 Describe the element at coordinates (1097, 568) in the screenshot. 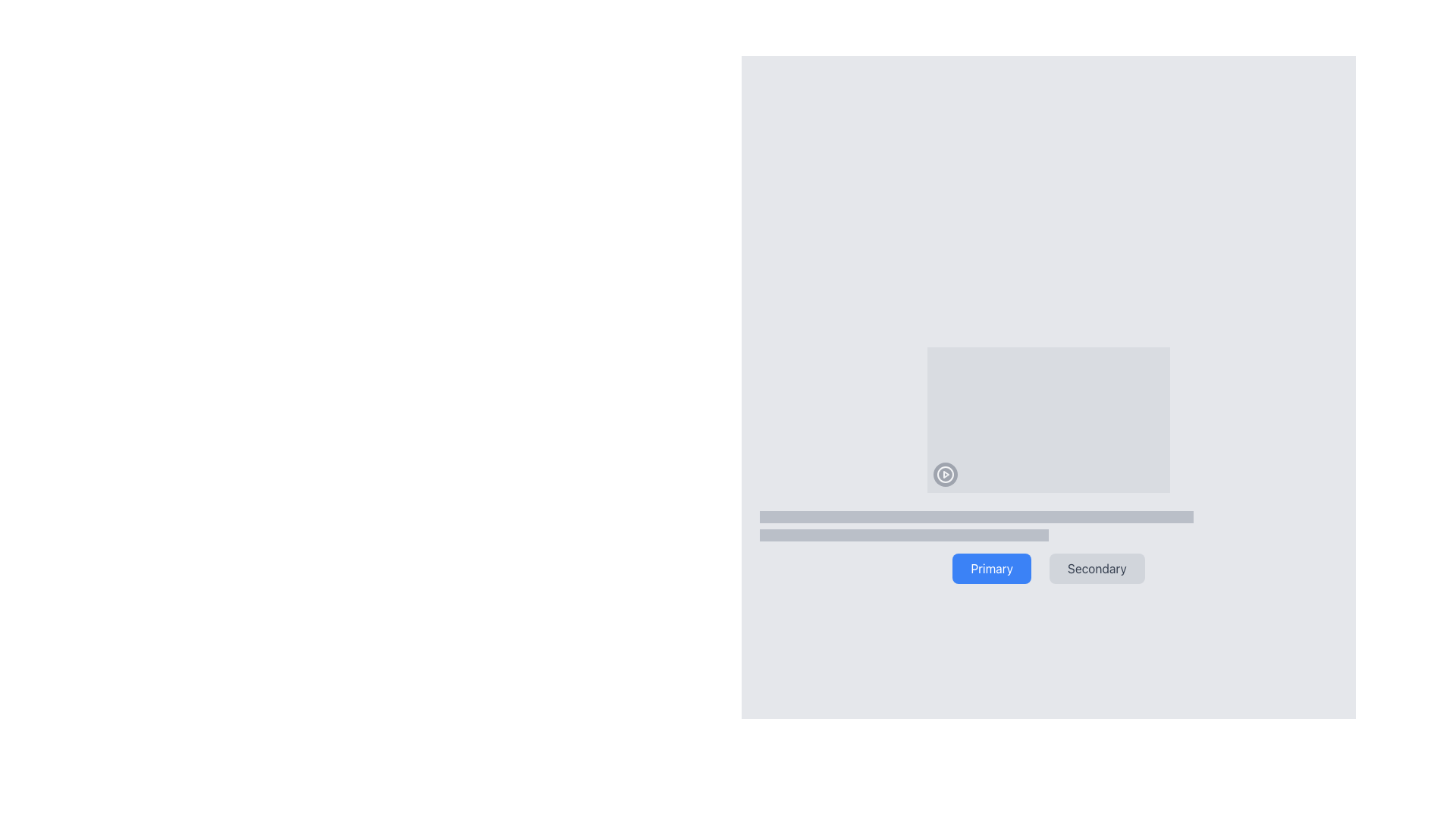

I see `the 'Secondary' button with a gray background and rounded corners located to the right of the 'Primary' button` at that location.